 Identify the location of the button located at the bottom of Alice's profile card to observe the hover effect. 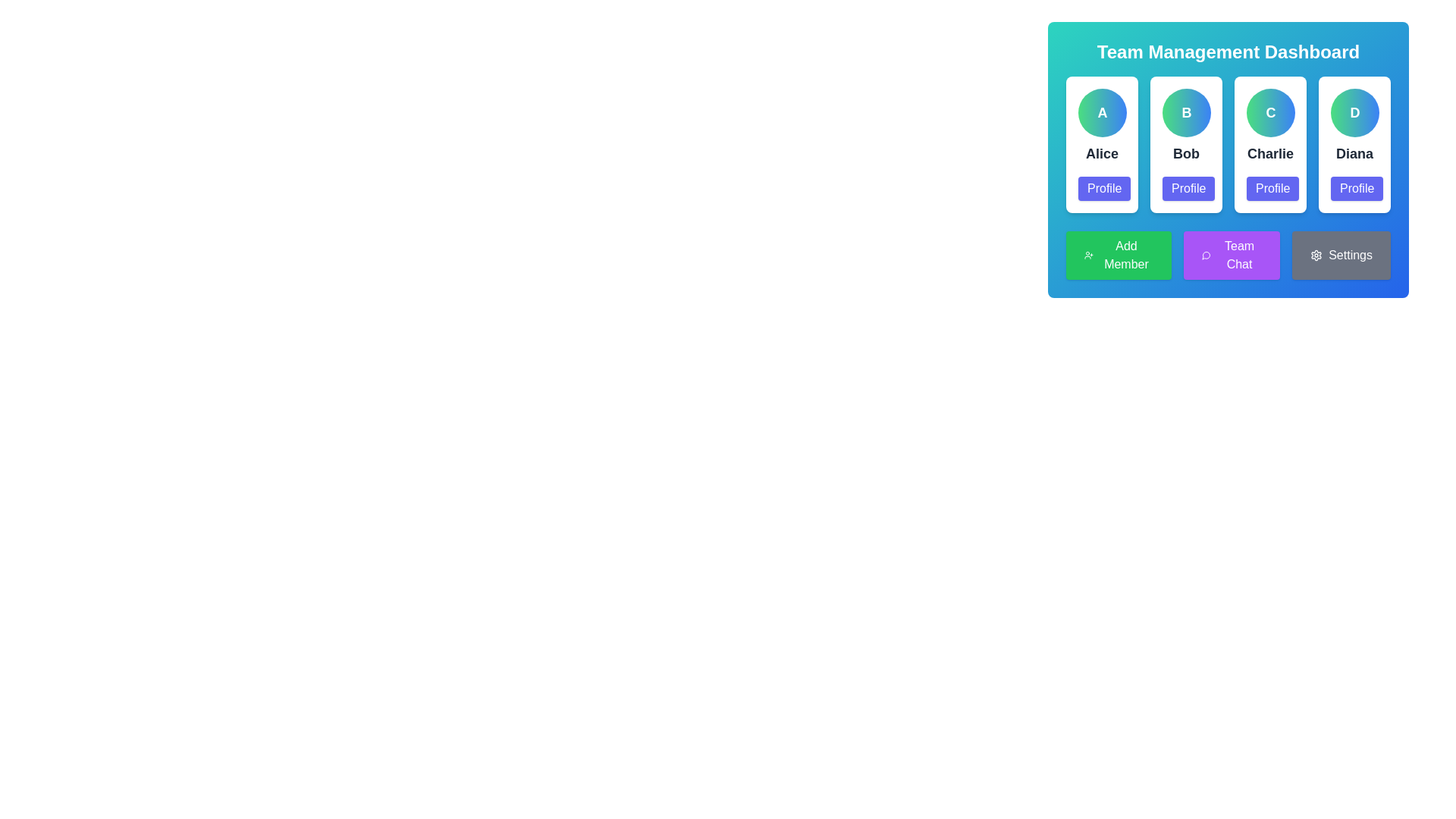
(1104, 188).